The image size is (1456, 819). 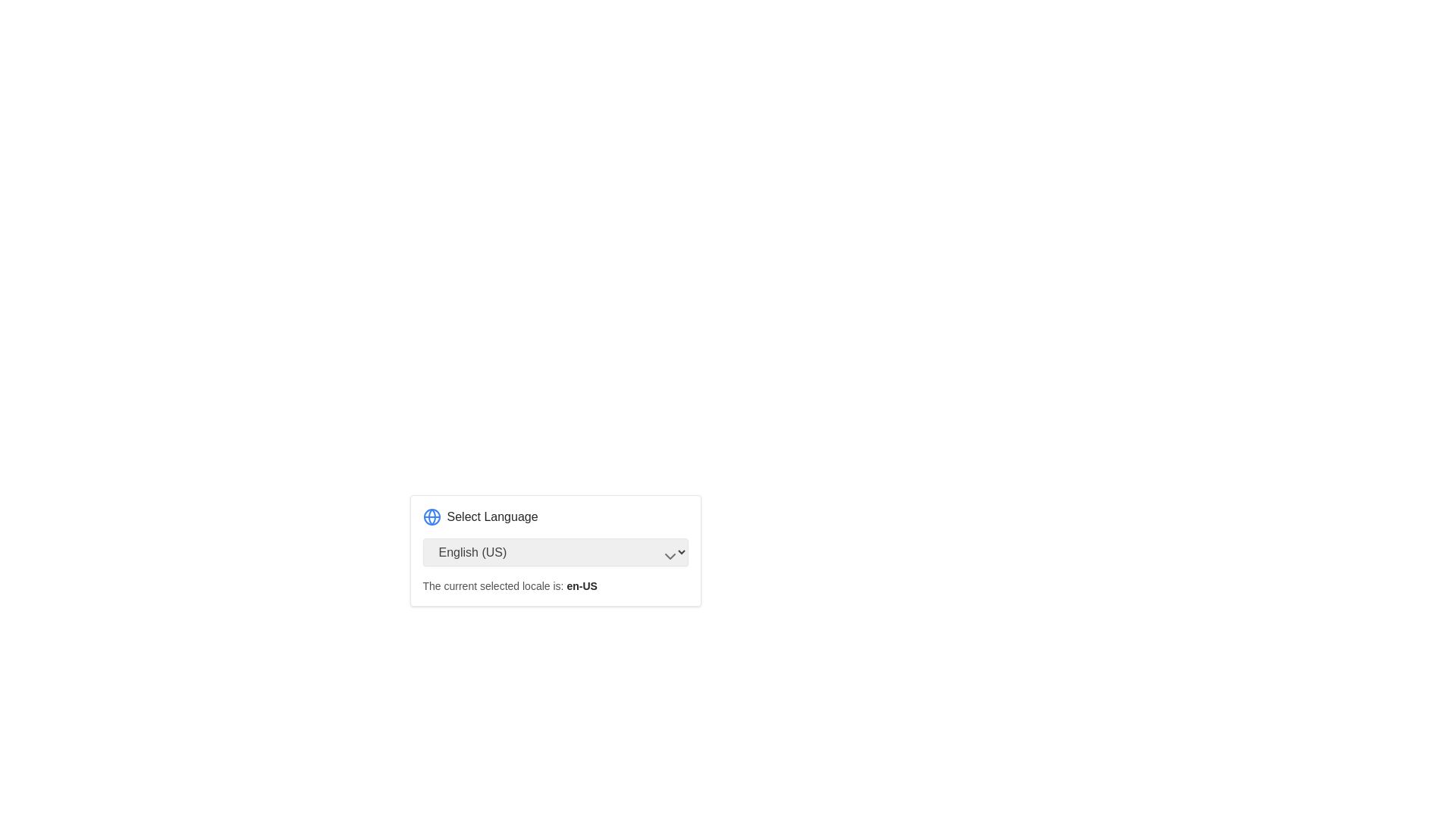 I want to click on the SVG Circle, which is the smallest component of the globe icon located at the bottom right corner of the interface, so click(x=431, y=516).